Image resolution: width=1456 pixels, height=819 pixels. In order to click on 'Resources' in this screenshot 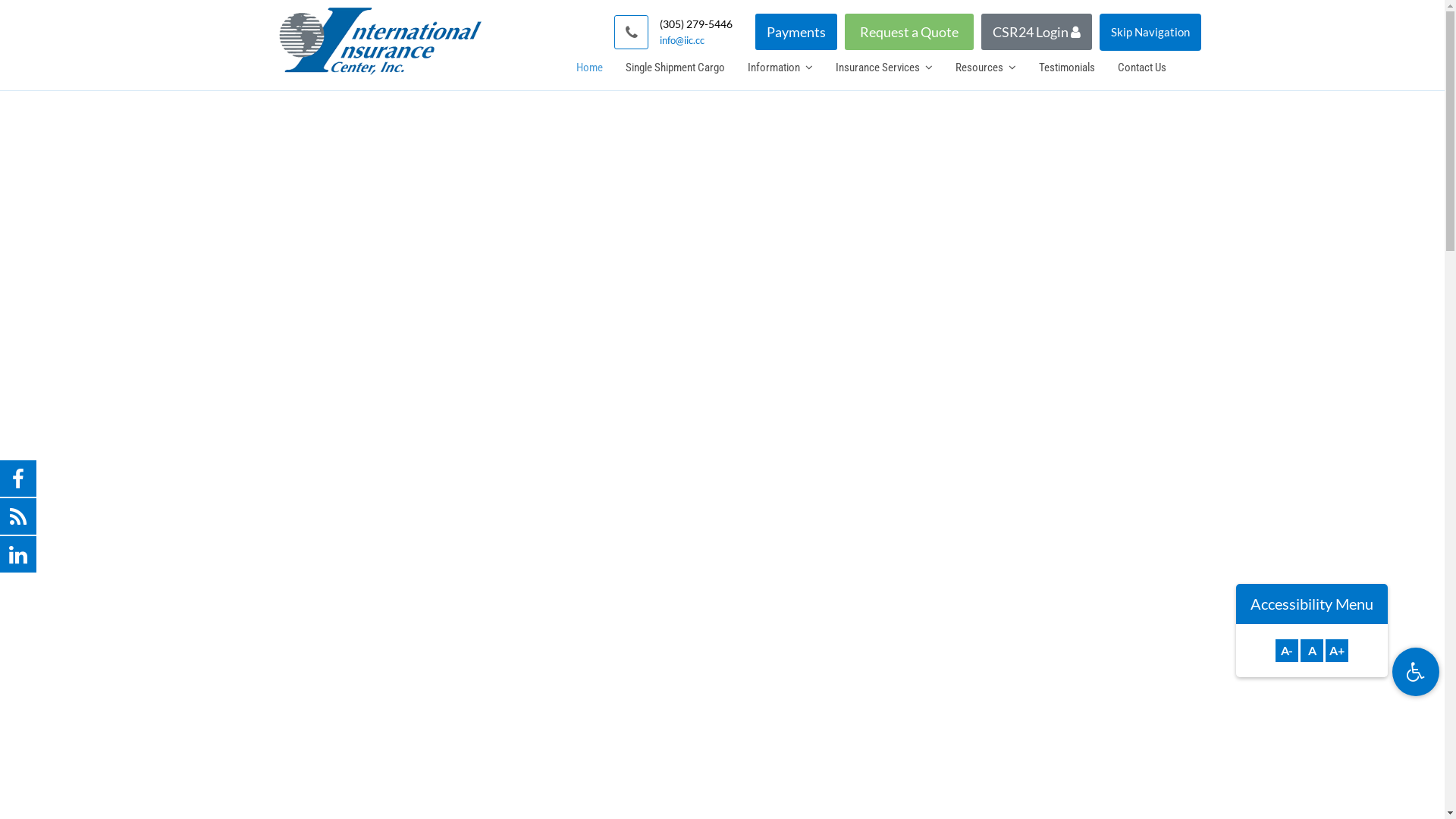, I will do `click(985, 66)`.